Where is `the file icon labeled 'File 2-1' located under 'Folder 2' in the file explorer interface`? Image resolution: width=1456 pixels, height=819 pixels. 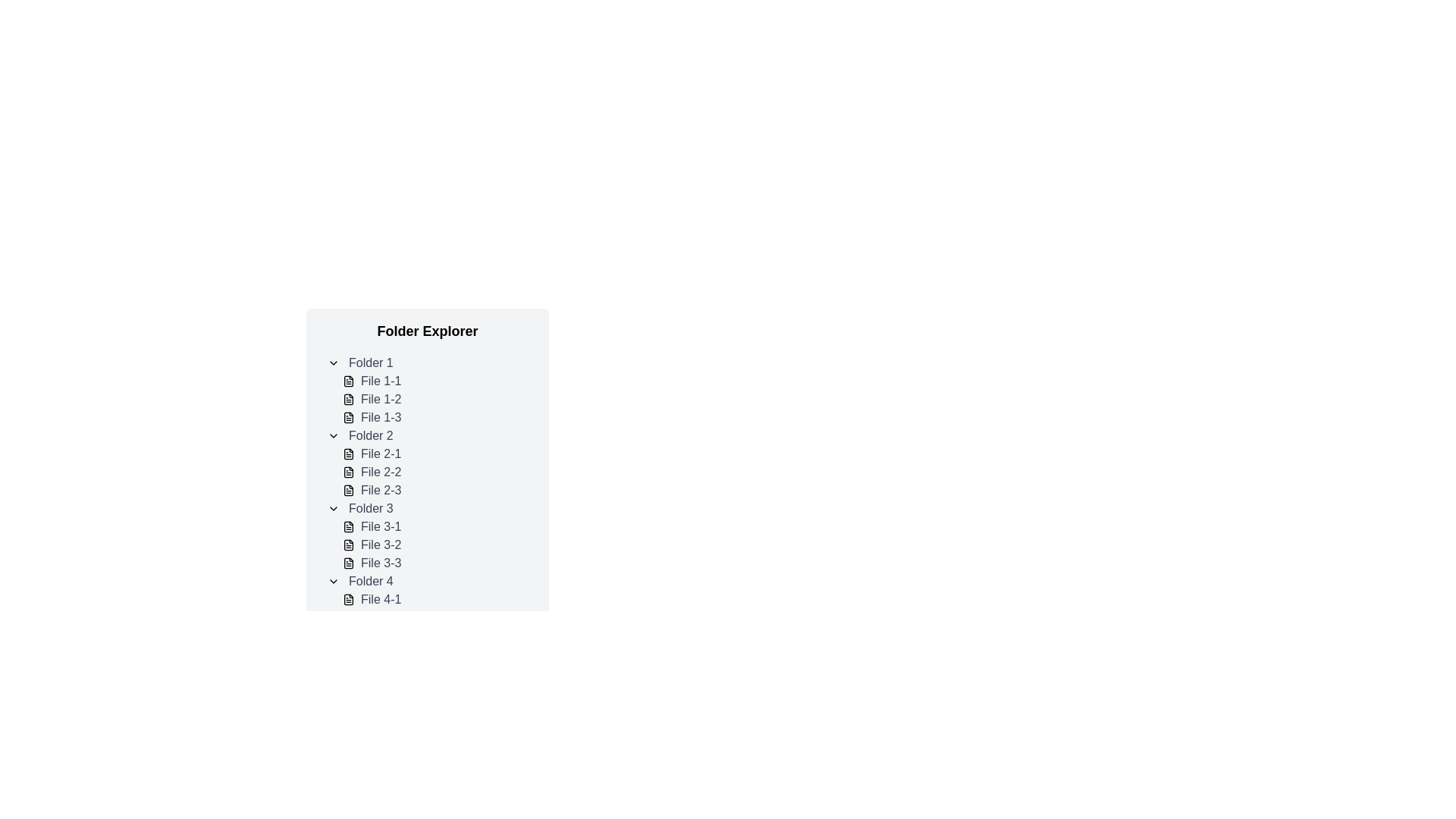
the file icon labeled 'File 2-1' located under 'Folder 2' in the file explorer interface is located at coordinates (348, 453).